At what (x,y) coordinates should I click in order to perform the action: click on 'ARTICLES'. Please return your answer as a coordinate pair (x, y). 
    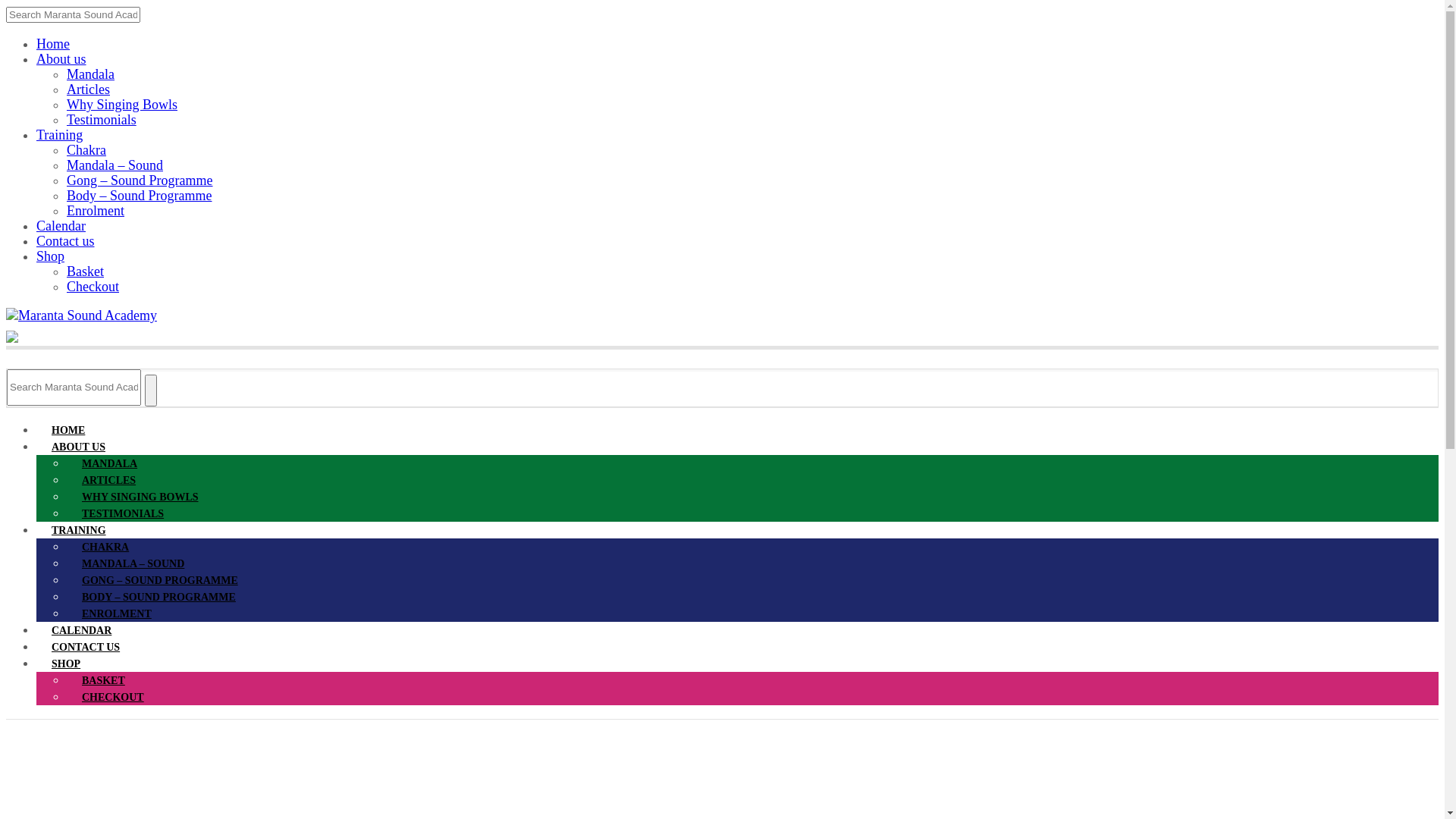
    Looking at the image, I should click on (108, 480).